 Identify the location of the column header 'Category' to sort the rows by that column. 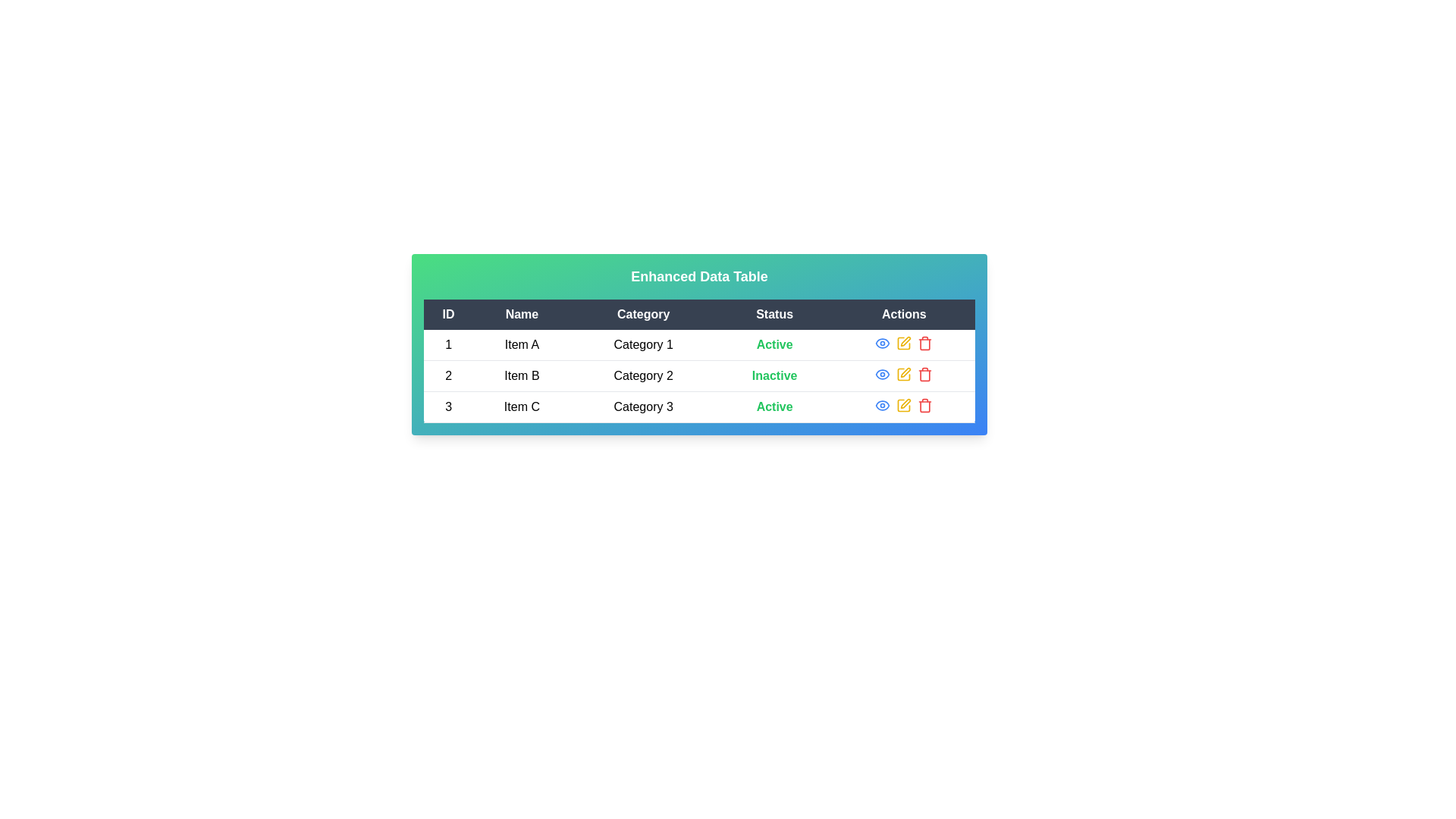
(643, 314).